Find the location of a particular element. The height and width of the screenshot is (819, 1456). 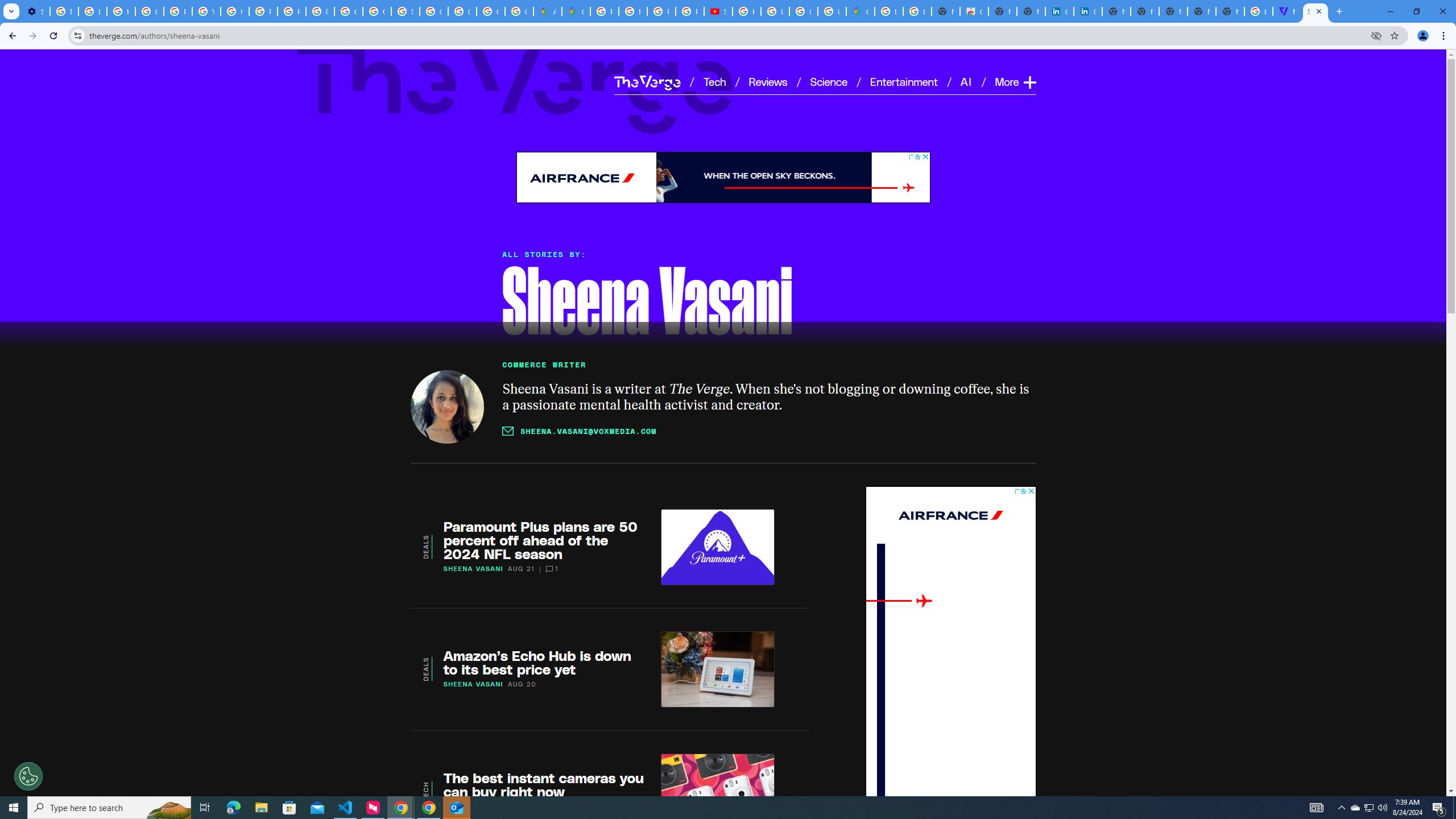

'The Verge homepage The Verge' is located at coordinates (647, 81).